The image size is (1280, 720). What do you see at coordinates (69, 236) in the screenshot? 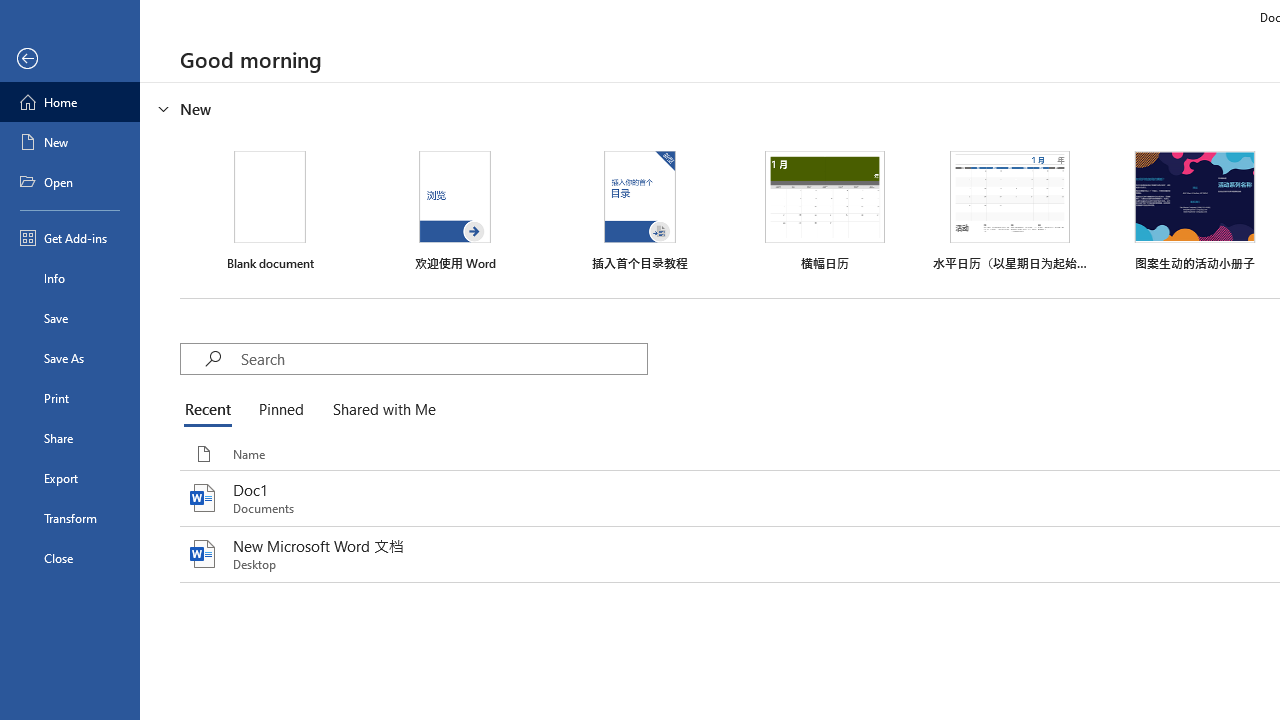
I see `'Get Add-ins'` at bounding box center [69, 236].